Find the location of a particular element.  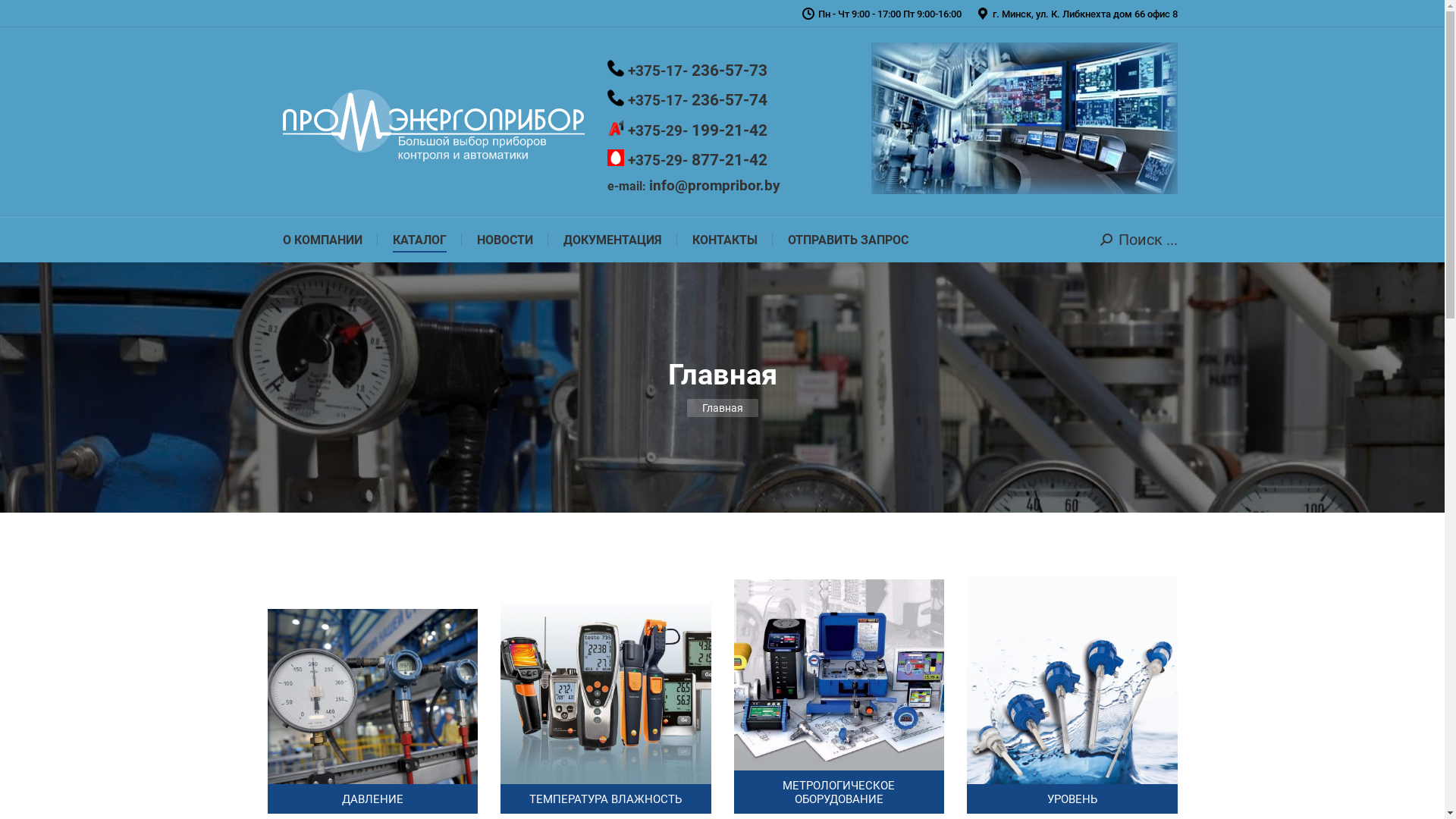

'+375-17- 236-57-74' is located at coordinates (686, 101).